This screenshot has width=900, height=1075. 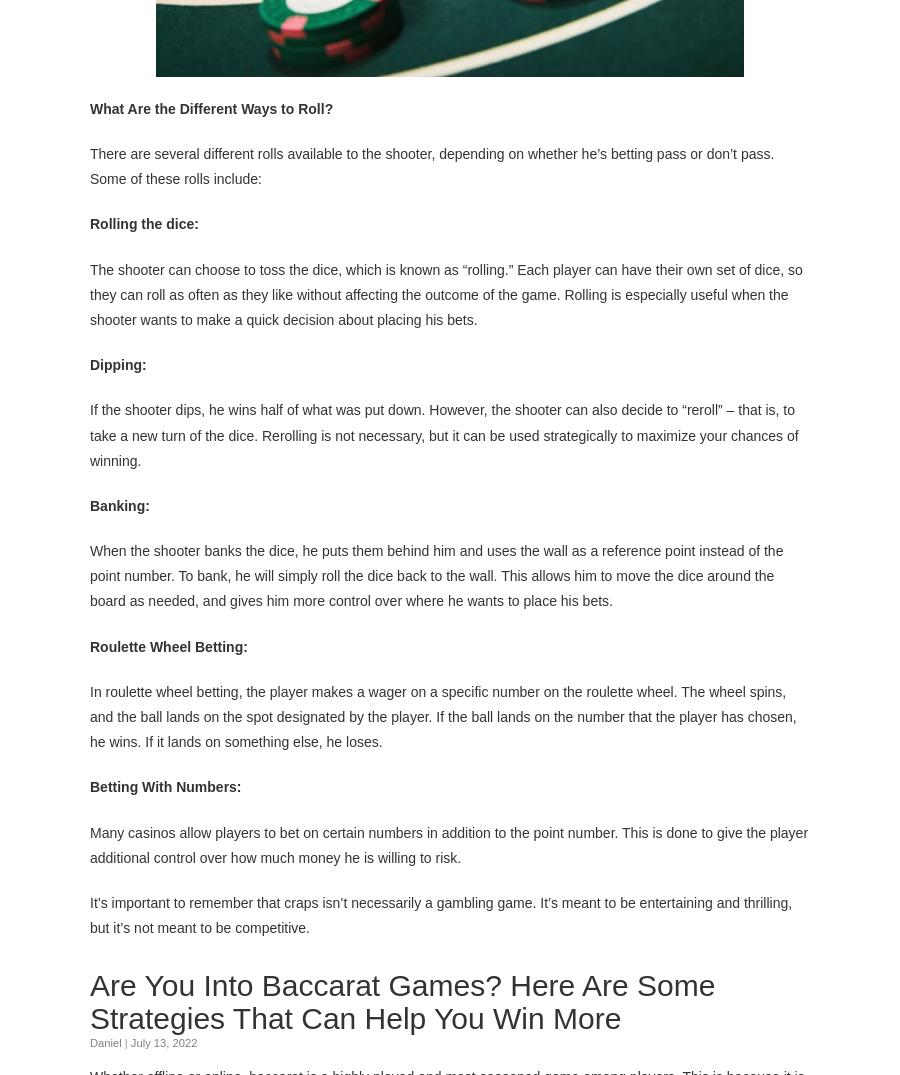 I want to click on 'If the shooter dips, he wins half of what was put down. However, the shooter can also decide to “reroll” – that is, to take a new turn of the dice. Rerolling is not necessary, but it can be used strategically to maximize your chances of winning.', so click(x=89, y=432).